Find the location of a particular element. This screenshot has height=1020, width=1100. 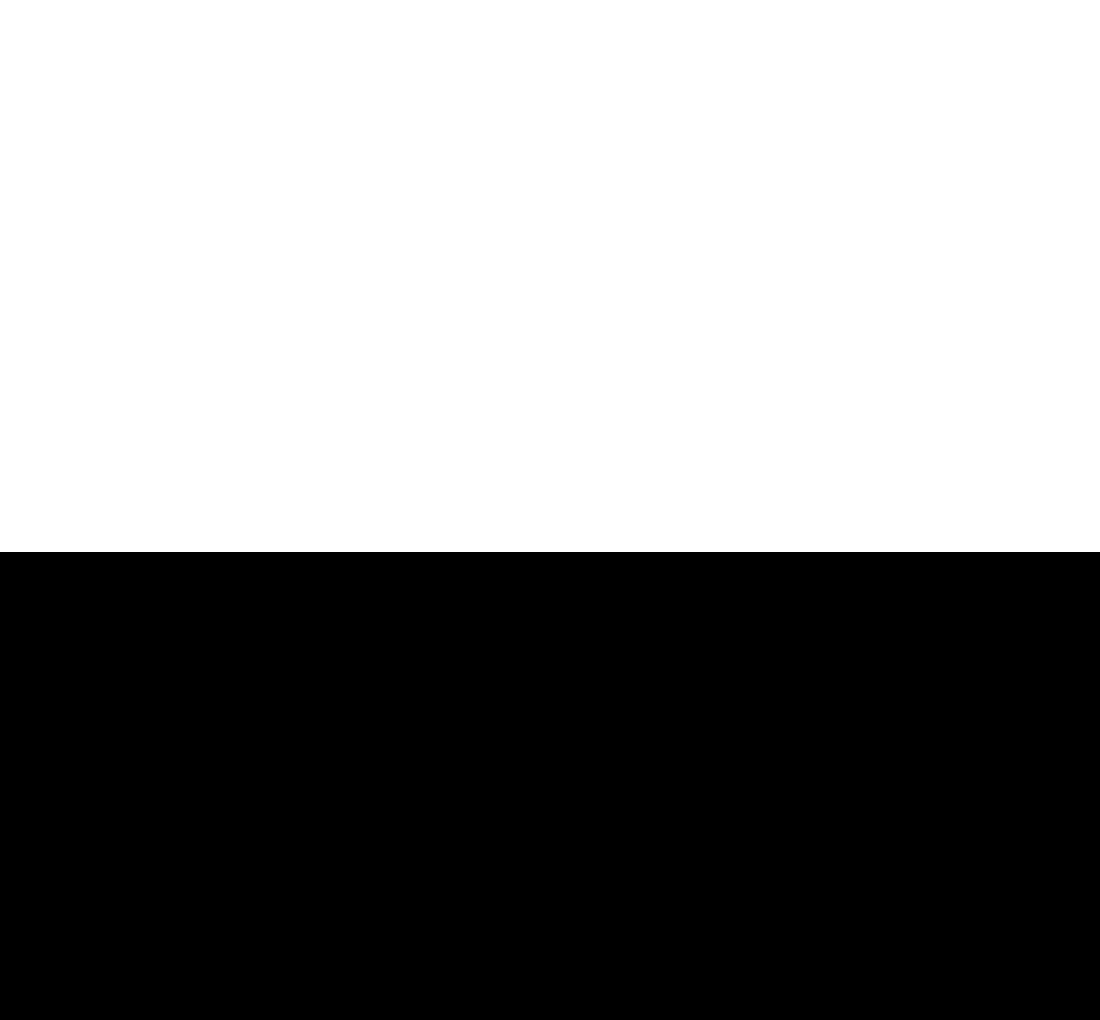

'The heart of tech' is located at coordinates (128, 686).